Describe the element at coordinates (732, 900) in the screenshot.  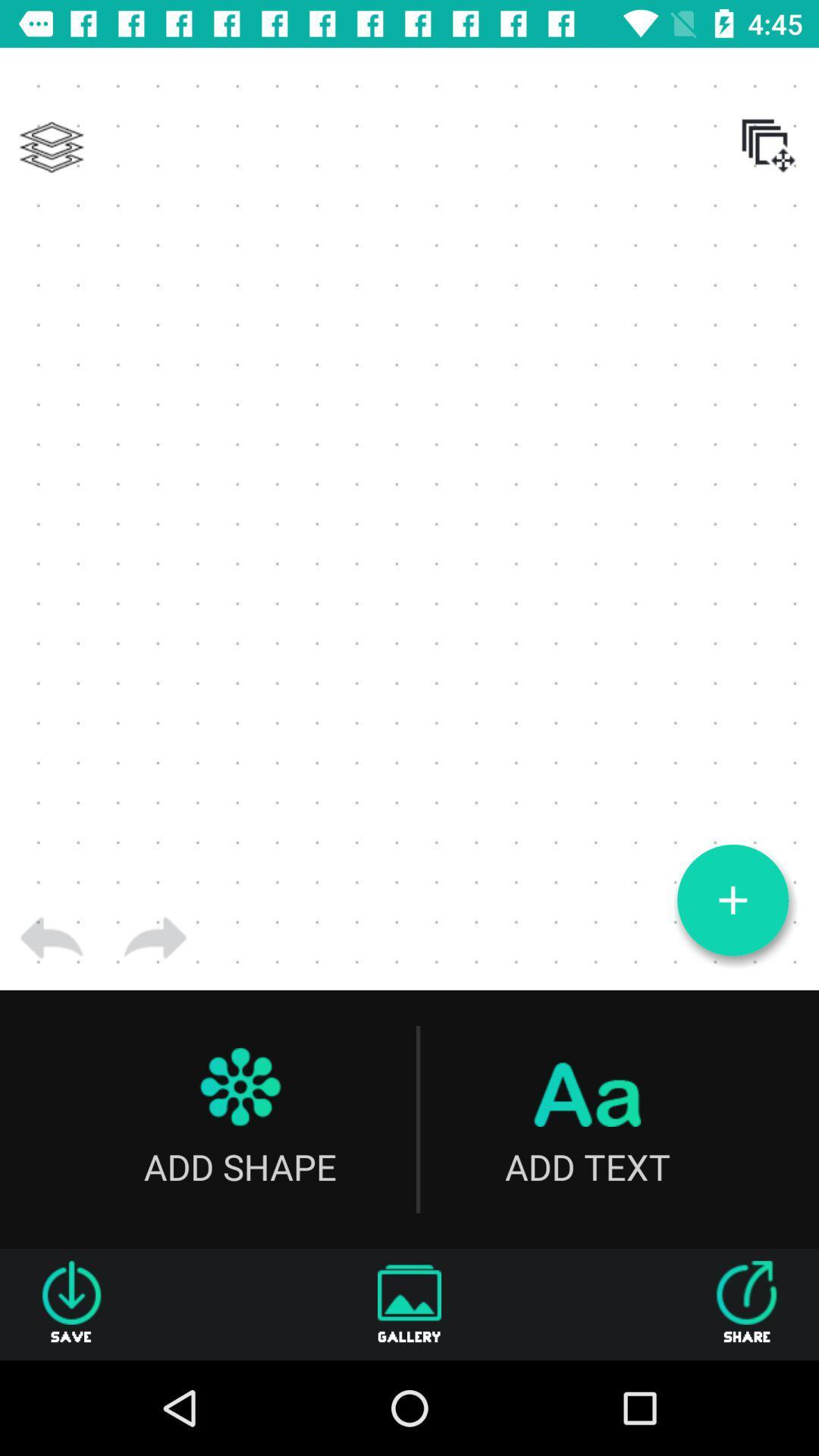
I see `shape or text` at that location.